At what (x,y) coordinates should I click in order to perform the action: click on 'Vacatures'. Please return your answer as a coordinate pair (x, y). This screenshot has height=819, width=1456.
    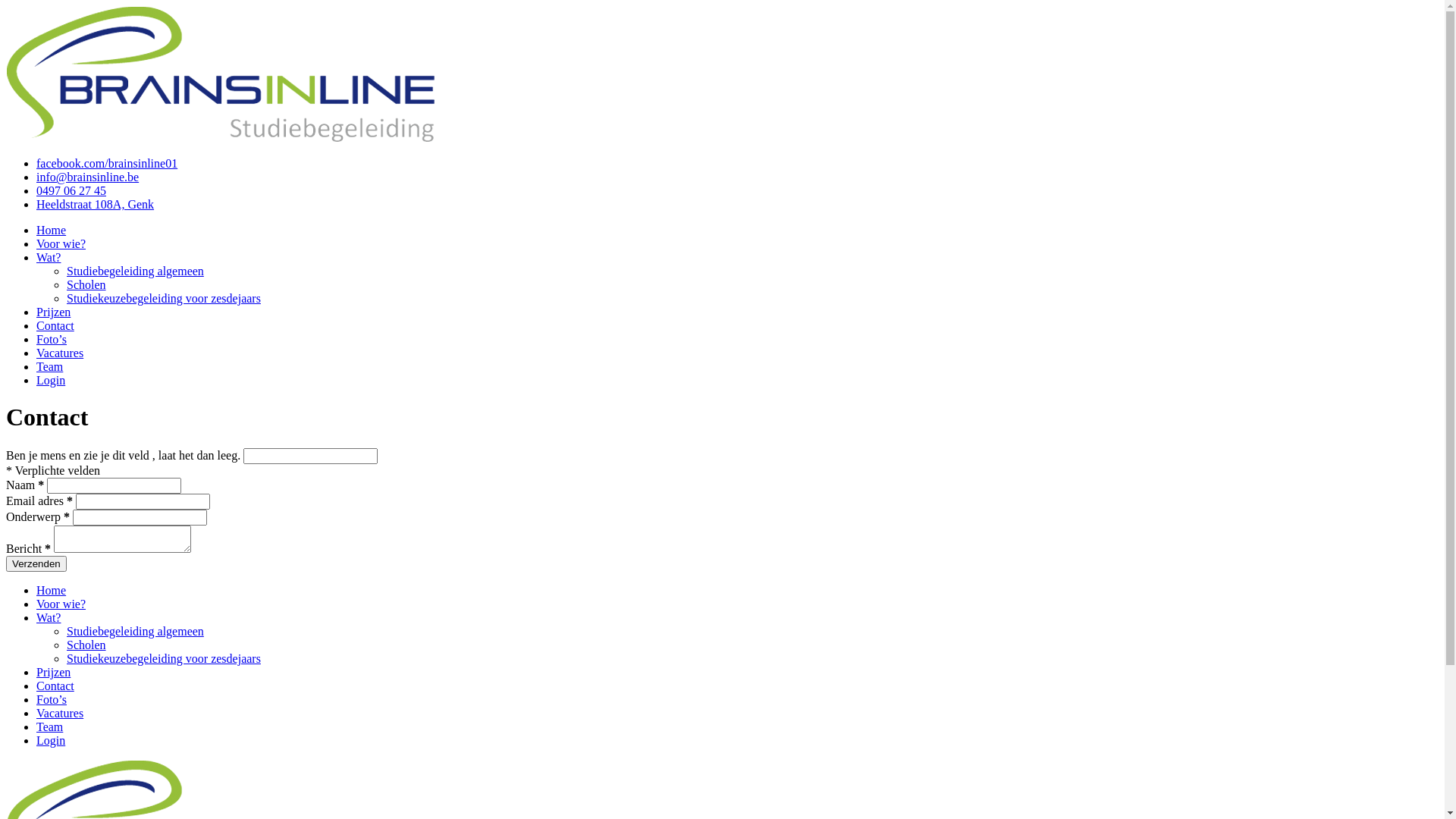
    Looking at the image, I should click on (59, 353).